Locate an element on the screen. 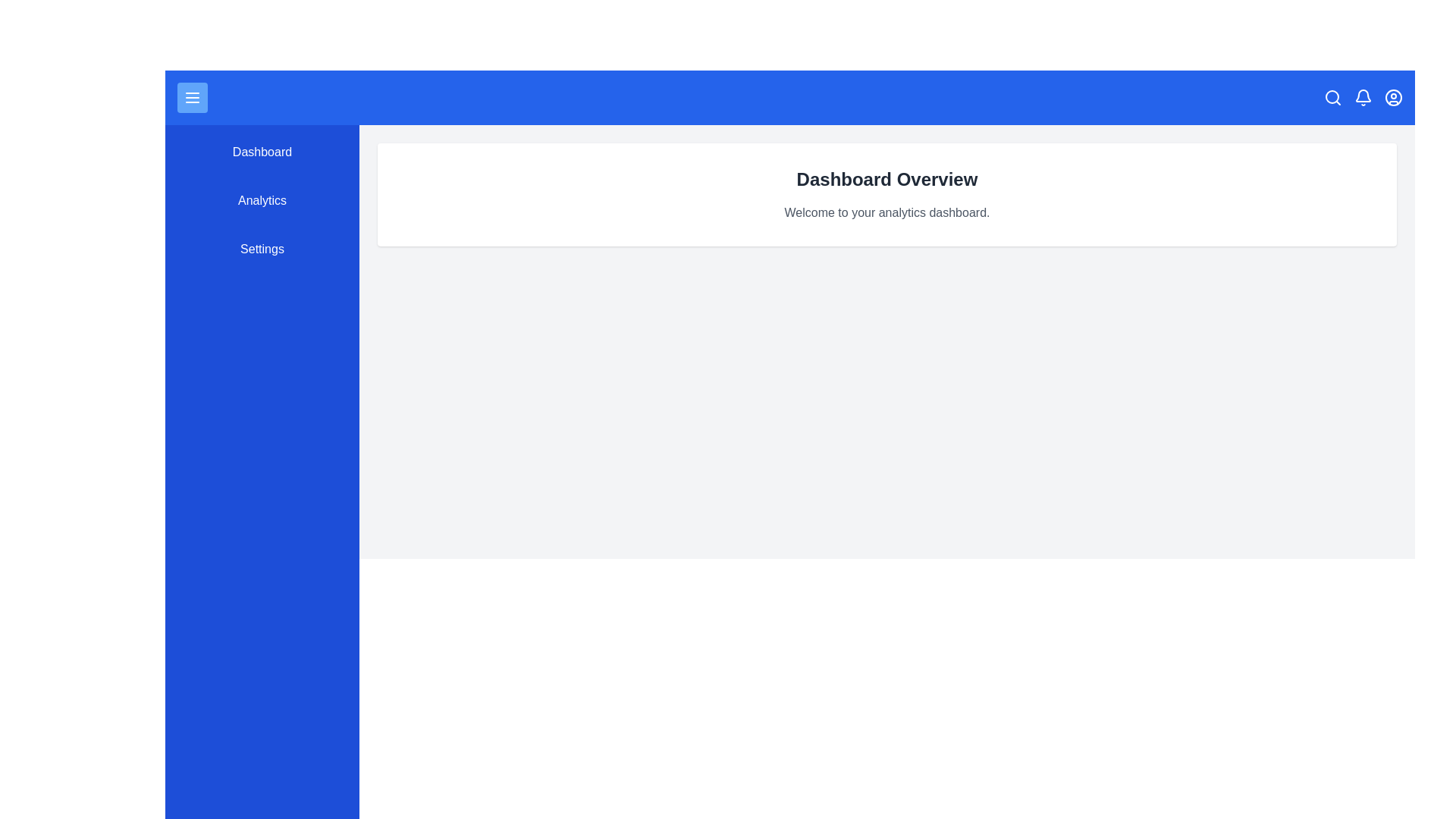  the navigation menu item Analytics is located at coordinates (262, 200).